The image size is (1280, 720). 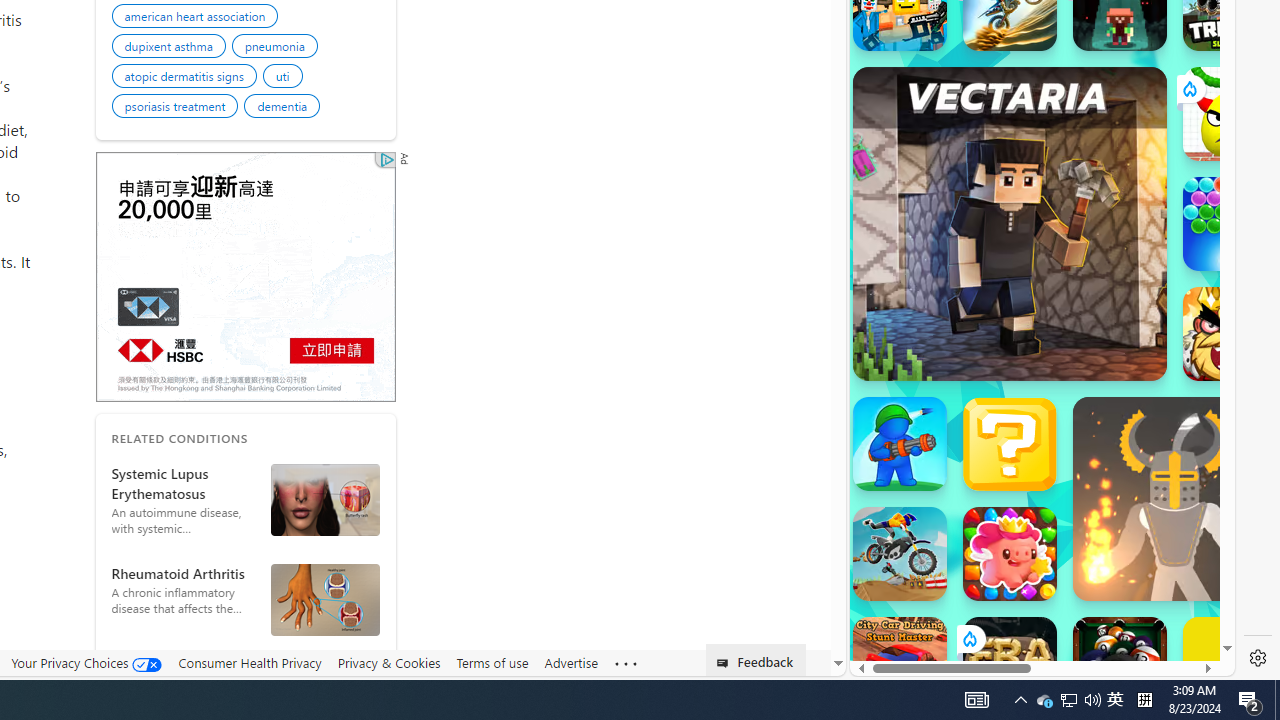 I want to click on 'poki.com', so click(x=1092, y=337).